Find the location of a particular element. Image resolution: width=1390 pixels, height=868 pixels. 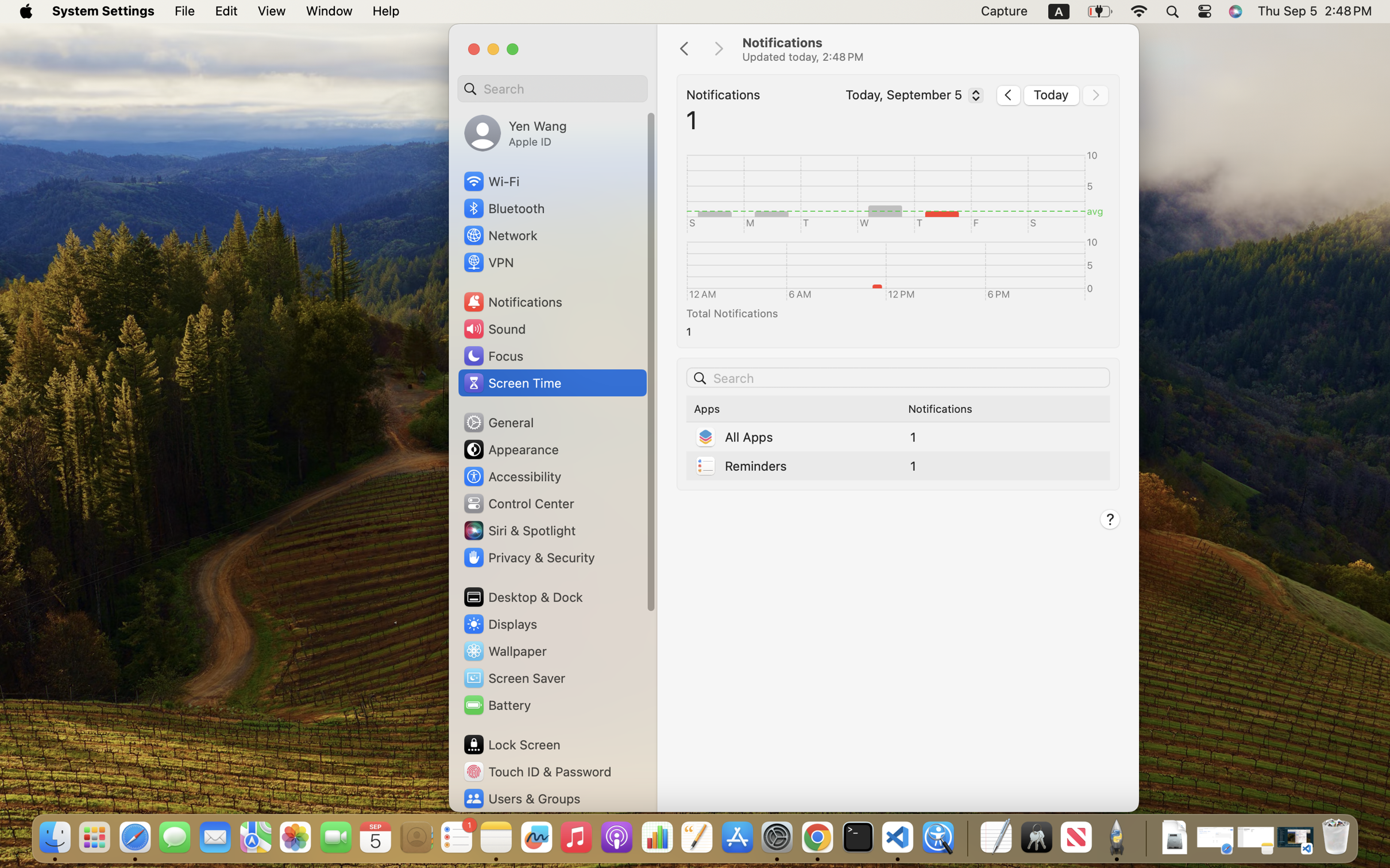

'Control Center' is located at coordinates (518, 503).